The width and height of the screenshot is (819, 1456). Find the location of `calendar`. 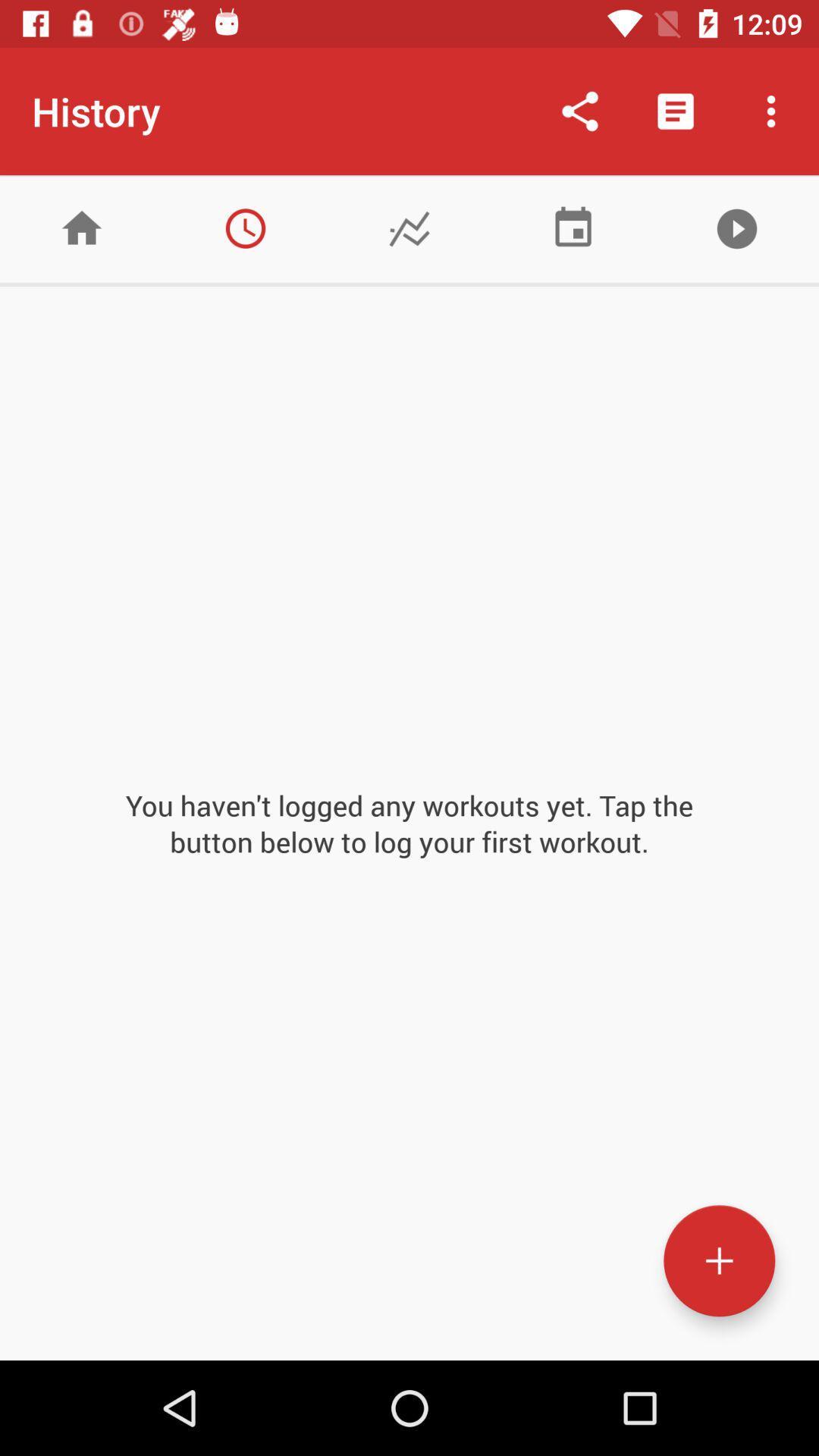

calendar is located at coordinates (573, 227).